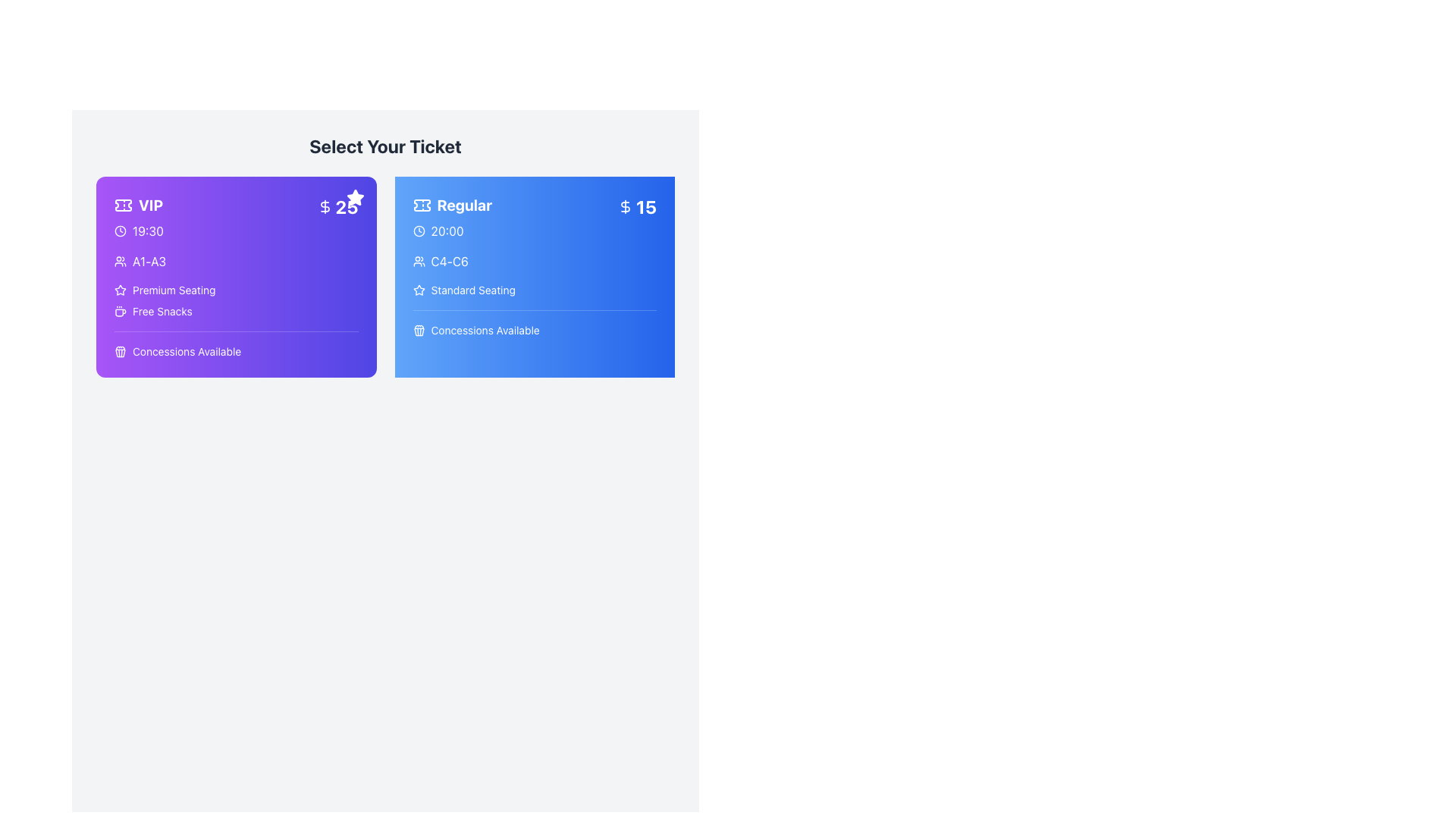 This screenshot has height=819, width=1456. I want to click on the static text label displaying 'VIP' which is styled in a bold and large font, located at the top-left of the purple card for the VIP ticket option, so click(151, 205).